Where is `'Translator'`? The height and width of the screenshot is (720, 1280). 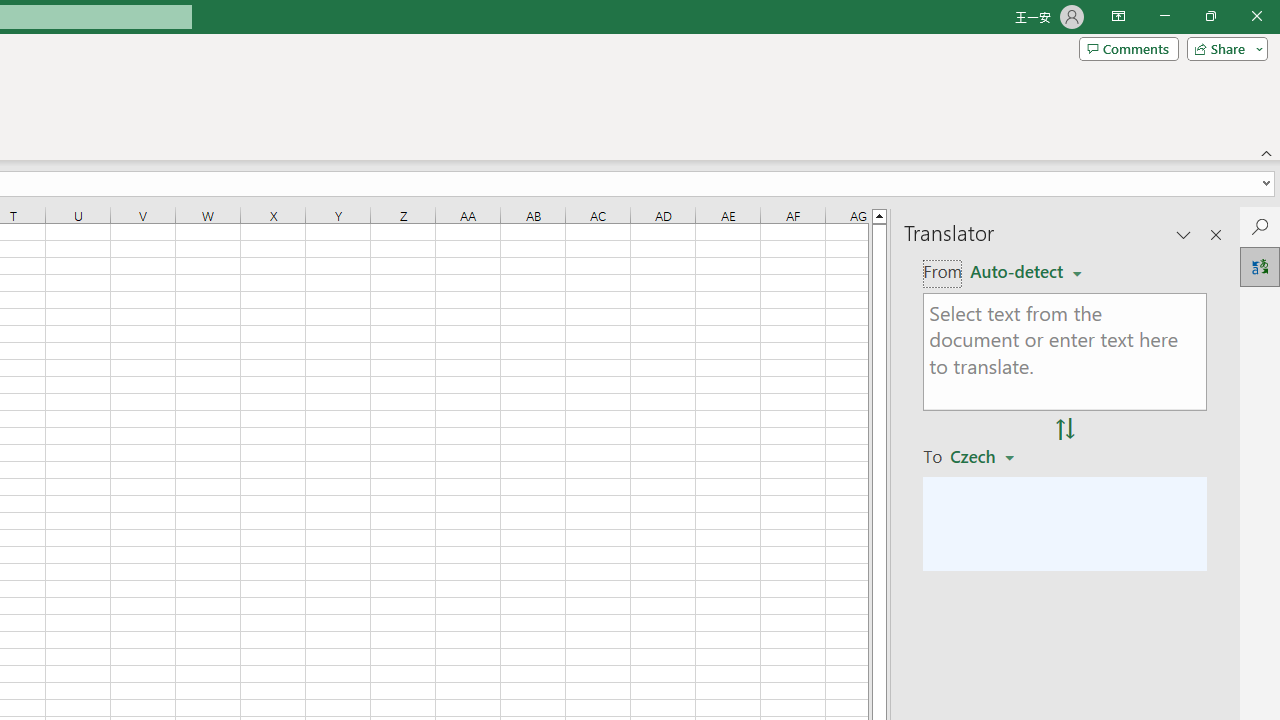 'Translator' is located at coordinates (1259, 266).